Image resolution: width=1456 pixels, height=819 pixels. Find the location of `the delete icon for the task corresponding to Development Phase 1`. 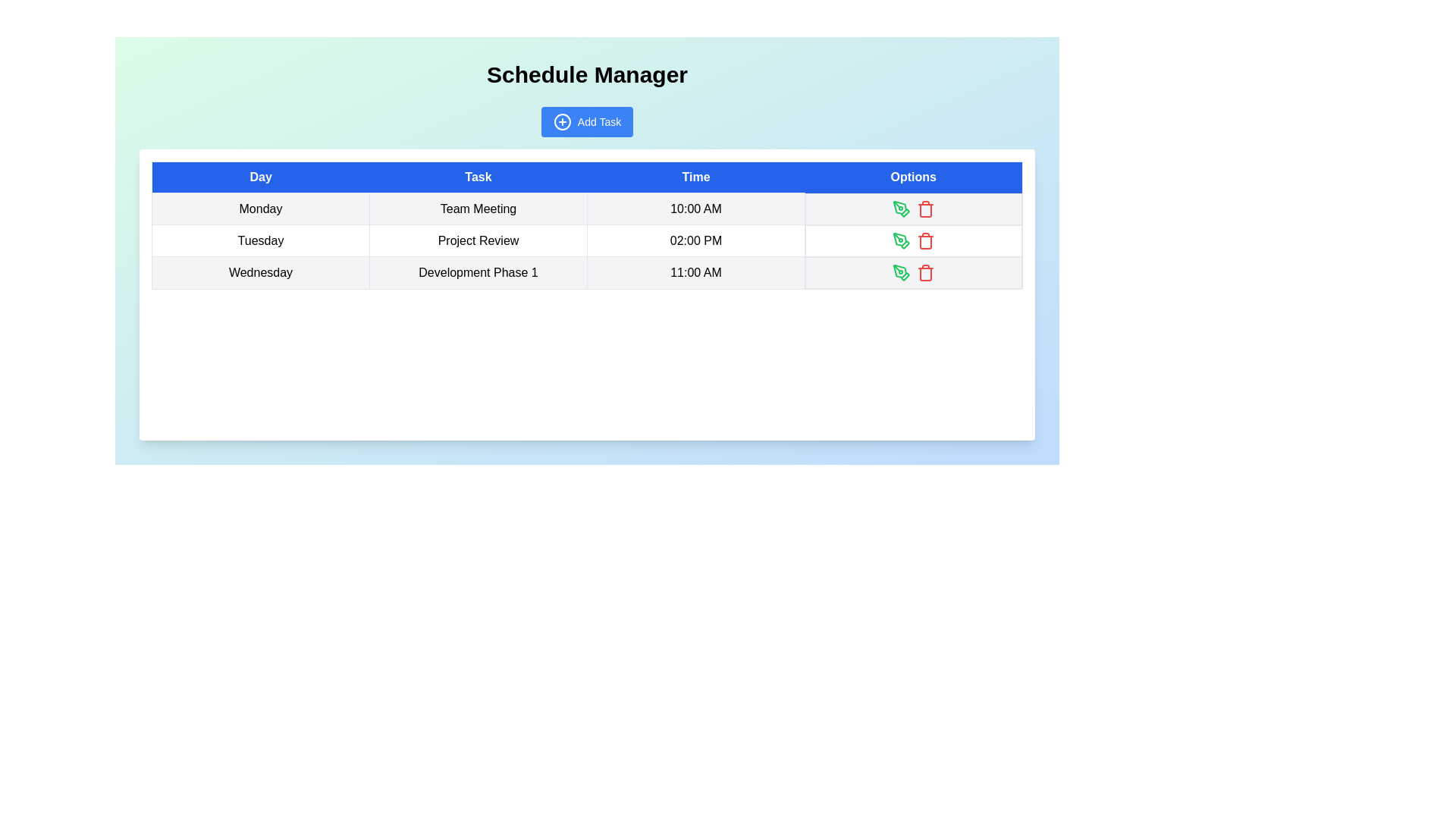

the delete icon for the task corresponding to Development Phase 1 is located at coordinates (924, 271).